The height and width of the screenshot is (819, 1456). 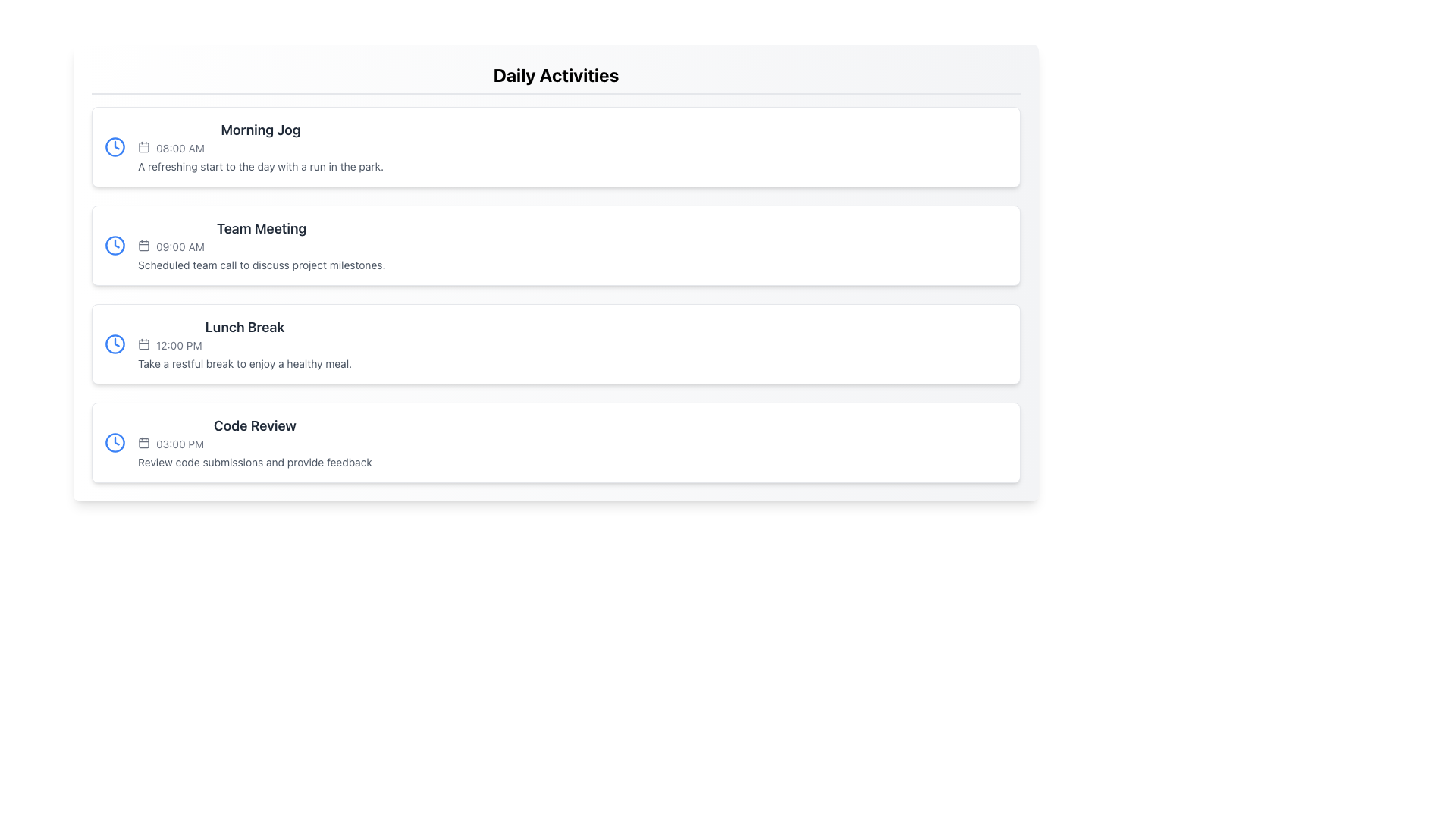 What do you see at coordinates (115, 344) in the screenshot?
I see `the circular graphical component styled as a clock face located in the 'Lunch Break' section, positioned to the left of the text 'Lunch Break'` at bounding box center [115, 344].